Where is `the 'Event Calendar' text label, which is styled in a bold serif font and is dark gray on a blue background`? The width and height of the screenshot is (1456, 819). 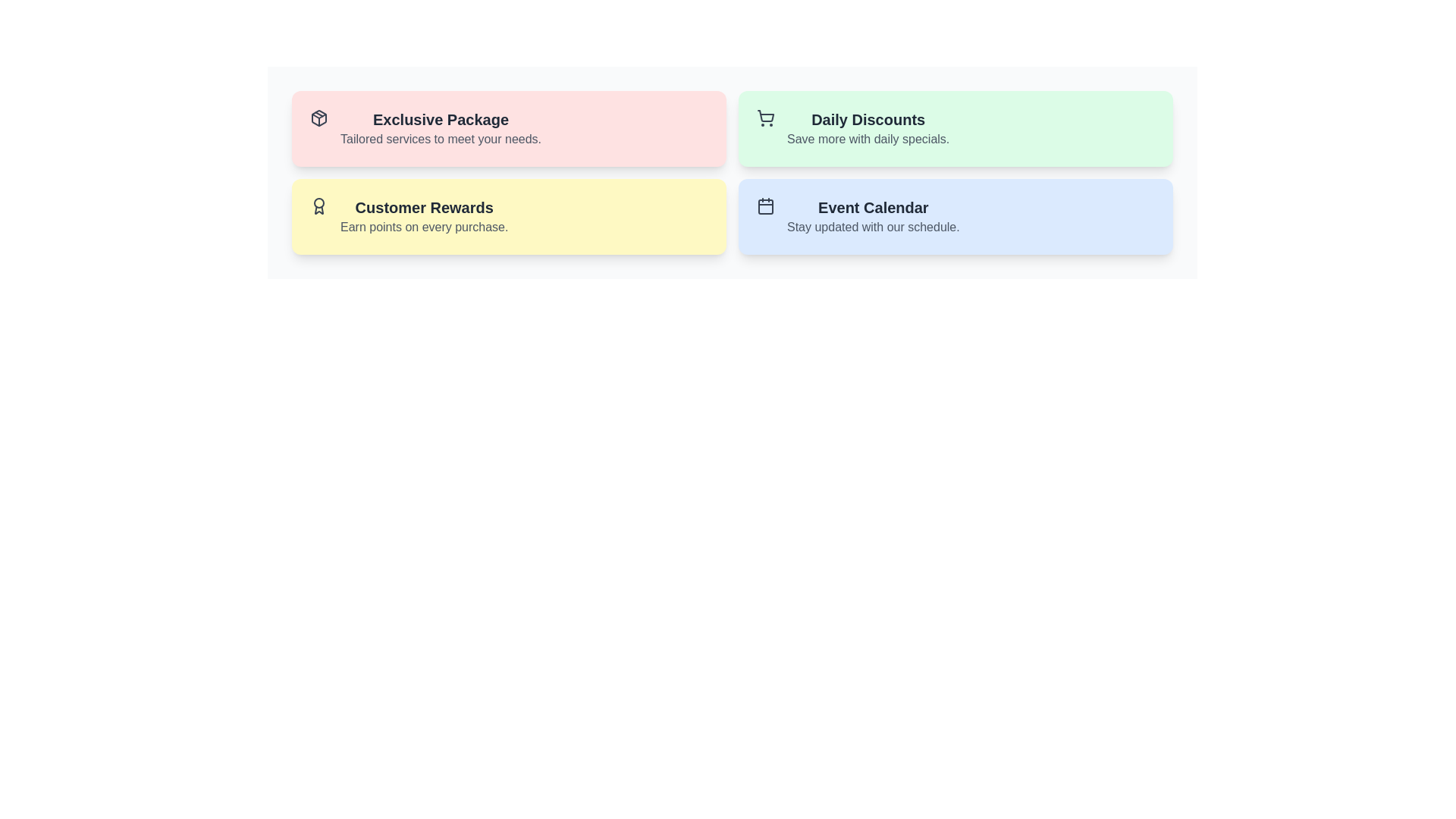 the 'Event Calendar' text label, which is styled in a bold serif font and is dark gray on a blue background is located at coordinates (873, 207).